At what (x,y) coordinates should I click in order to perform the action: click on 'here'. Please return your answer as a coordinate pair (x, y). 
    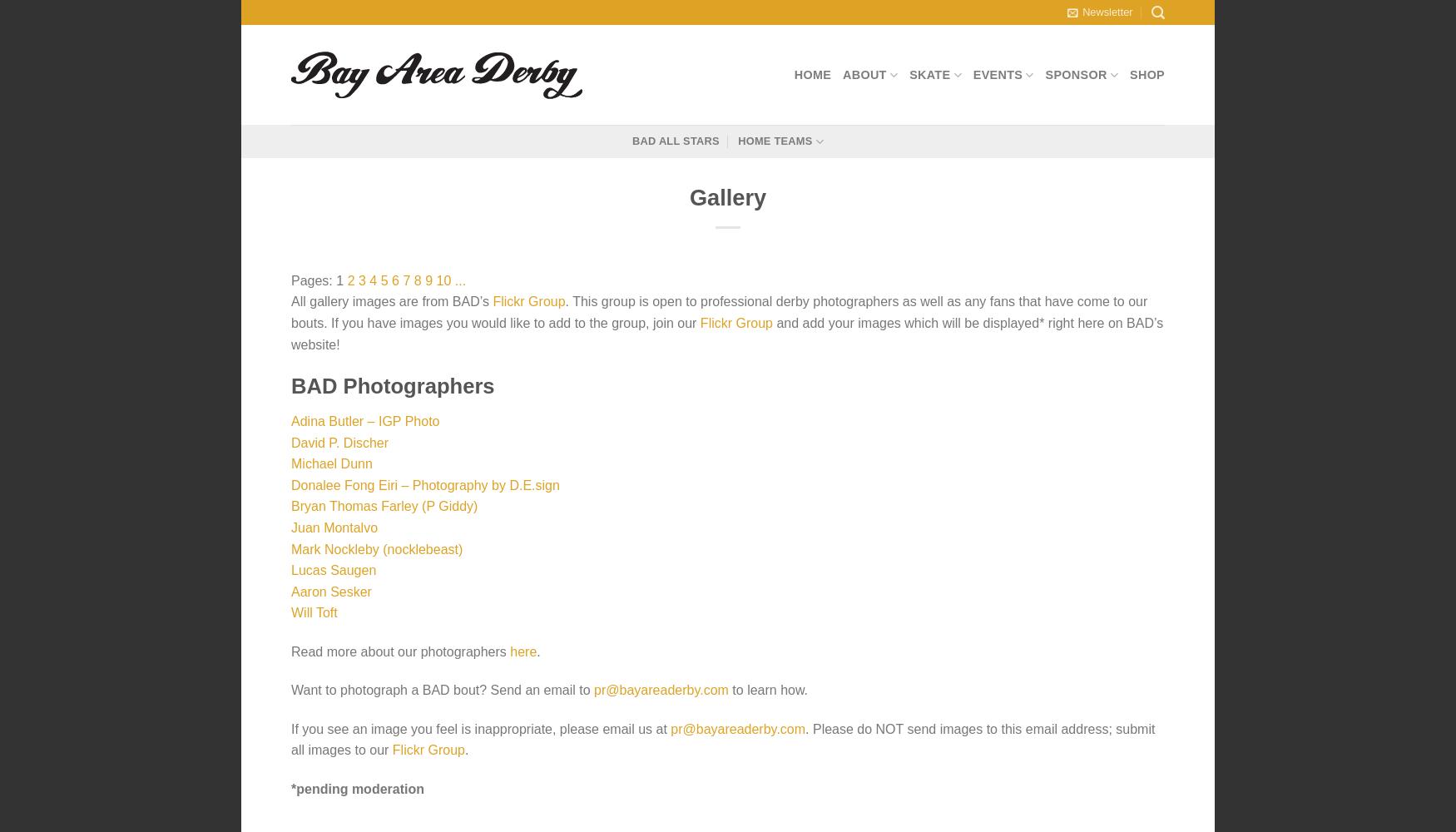
    Looking at the image, I should click on (522, 651).